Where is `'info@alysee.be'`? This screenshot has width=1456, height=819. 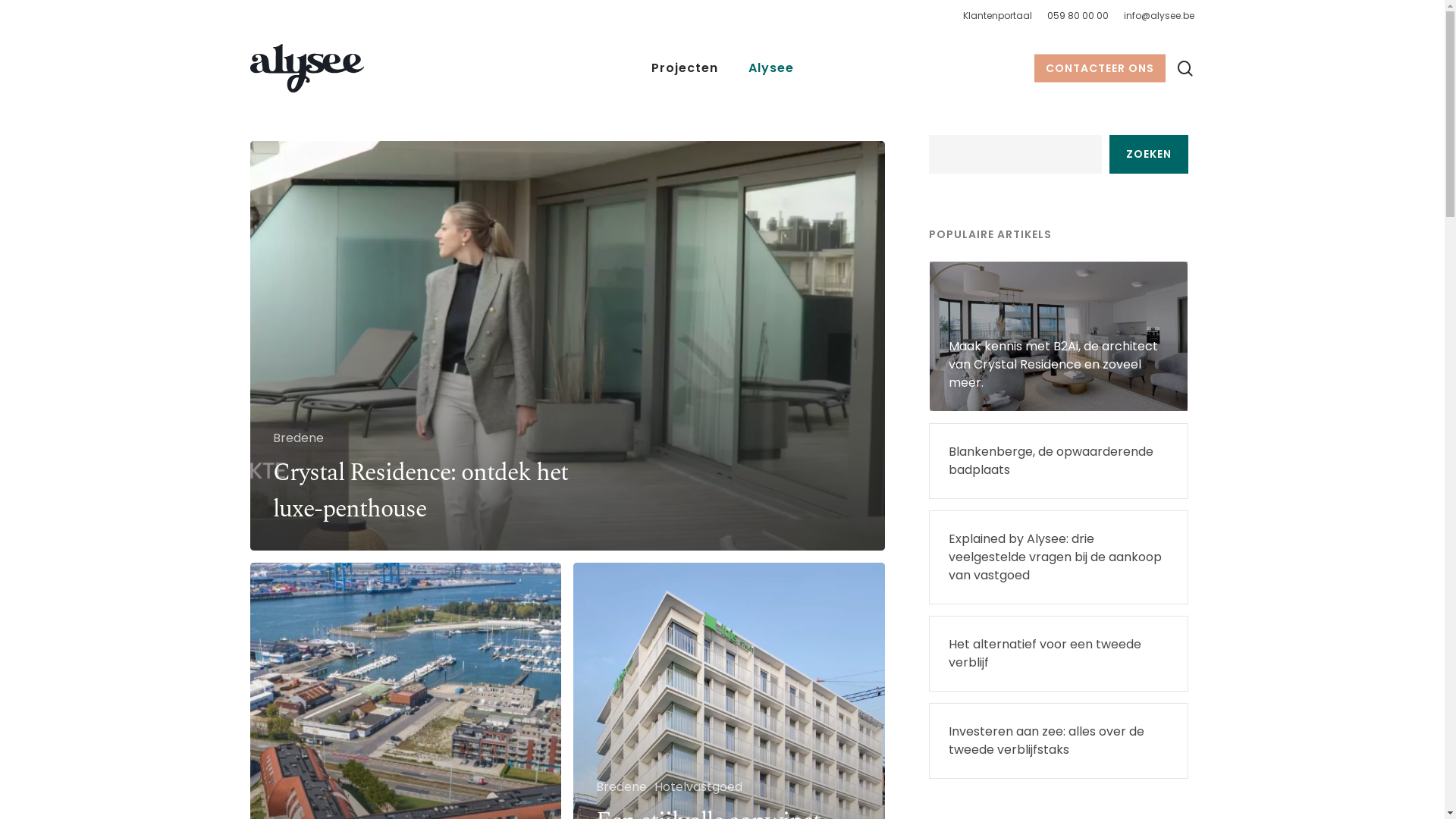
'info@alysee.be' is located at coordinates (1124, 15).